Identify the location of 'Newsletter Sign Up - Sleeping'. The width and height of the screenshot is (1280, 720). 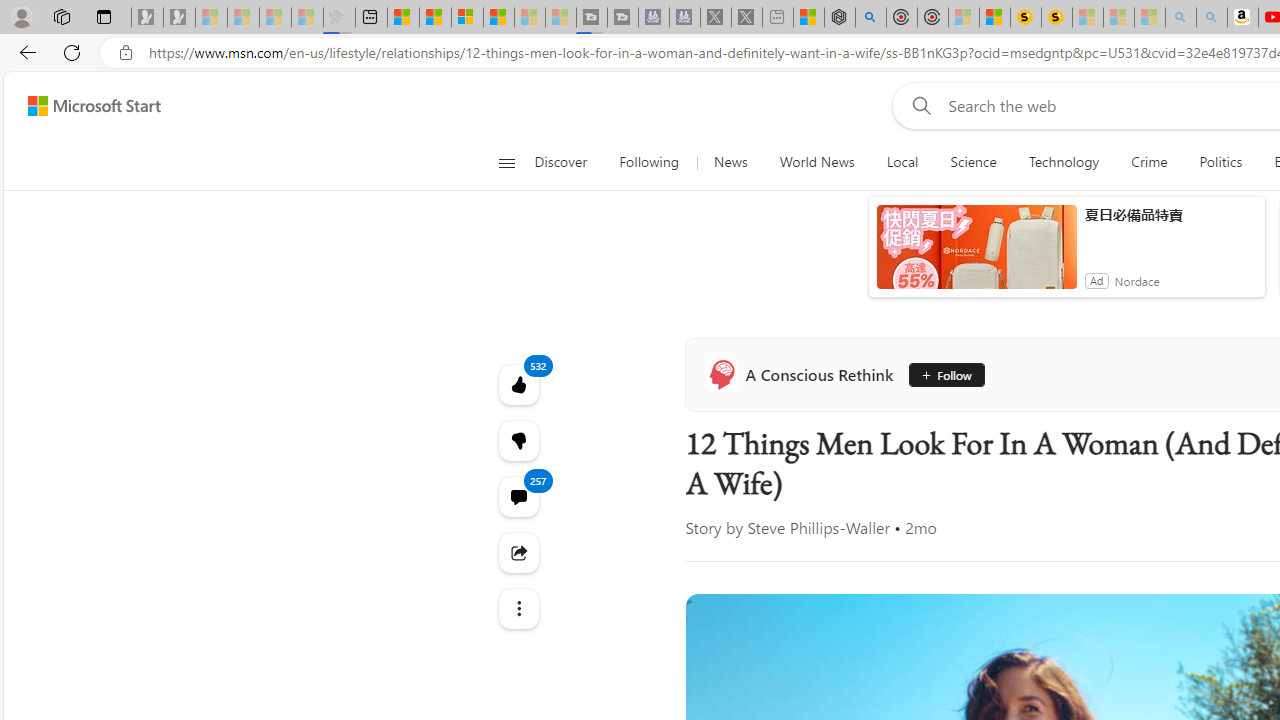
(179, 17).